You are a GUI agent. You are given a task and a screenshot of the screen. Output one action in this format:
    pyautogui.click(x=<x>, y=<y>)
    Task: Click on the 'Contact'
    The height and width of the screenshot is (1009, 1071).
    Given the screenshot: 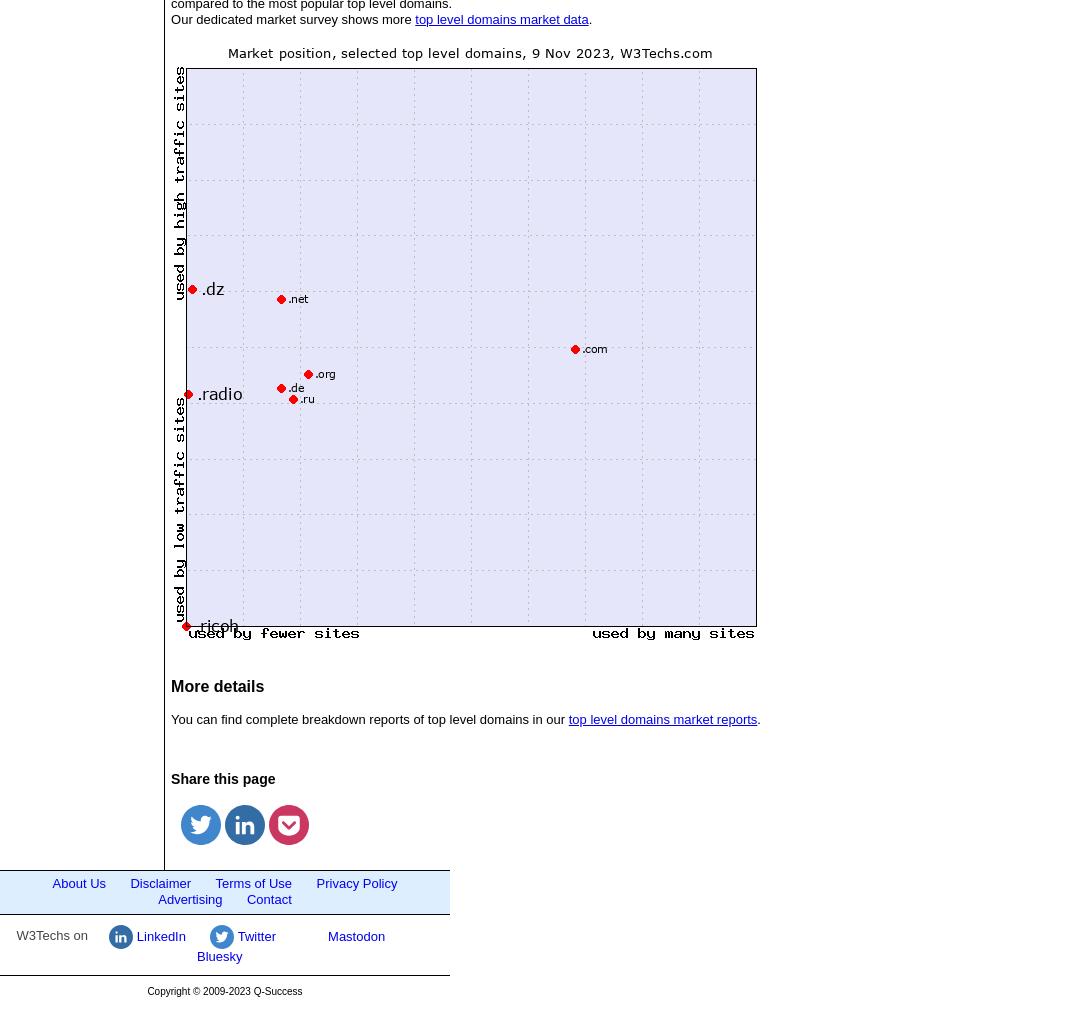 What is the action you would take?
    pyautogui.click(x=268, y=899)
    